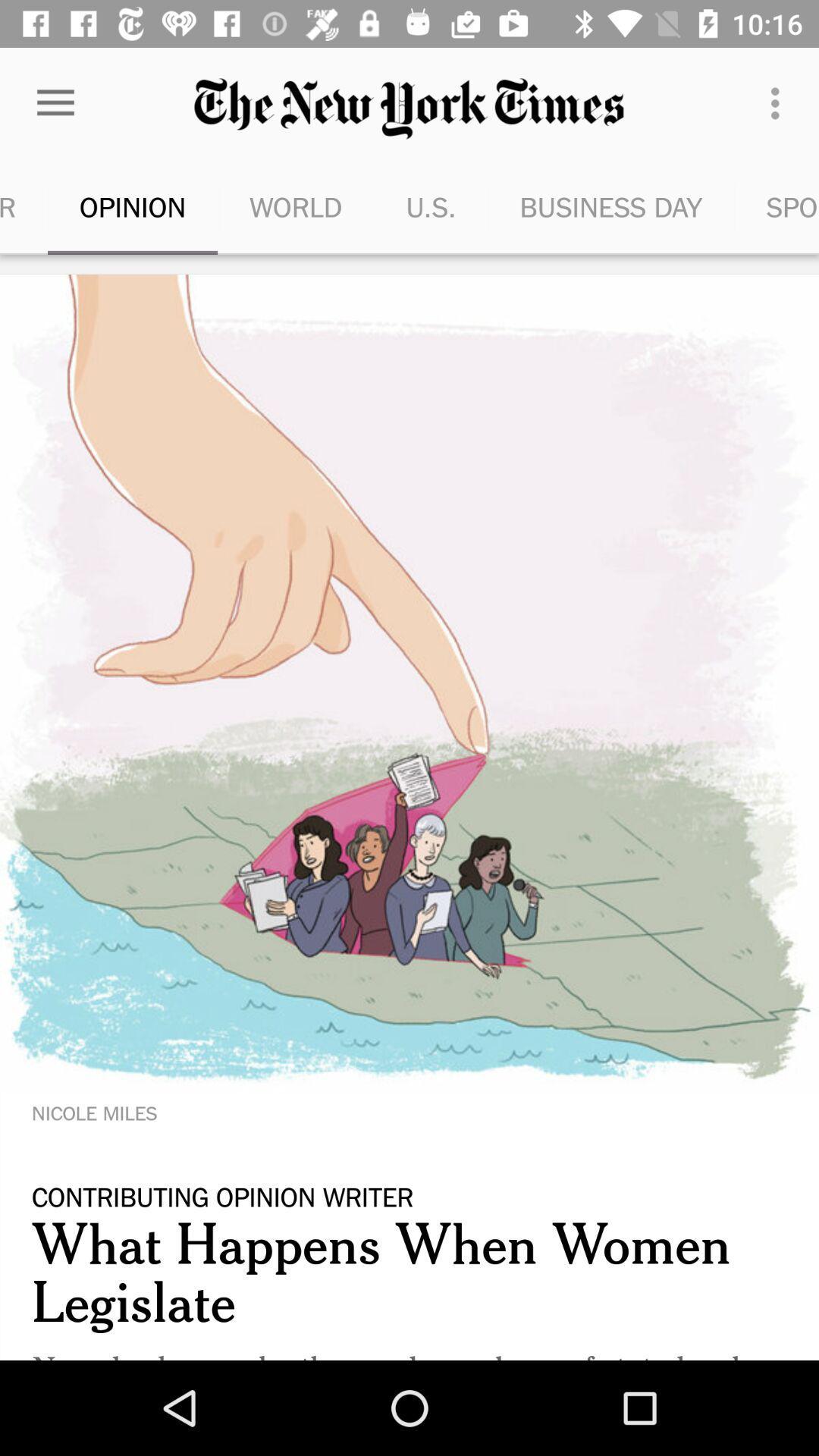 This screenshot has height=1456, width=819. Describe the element at coordinates (296, 206) in the screenshot. I see `icon next to the u.s.` at that location.